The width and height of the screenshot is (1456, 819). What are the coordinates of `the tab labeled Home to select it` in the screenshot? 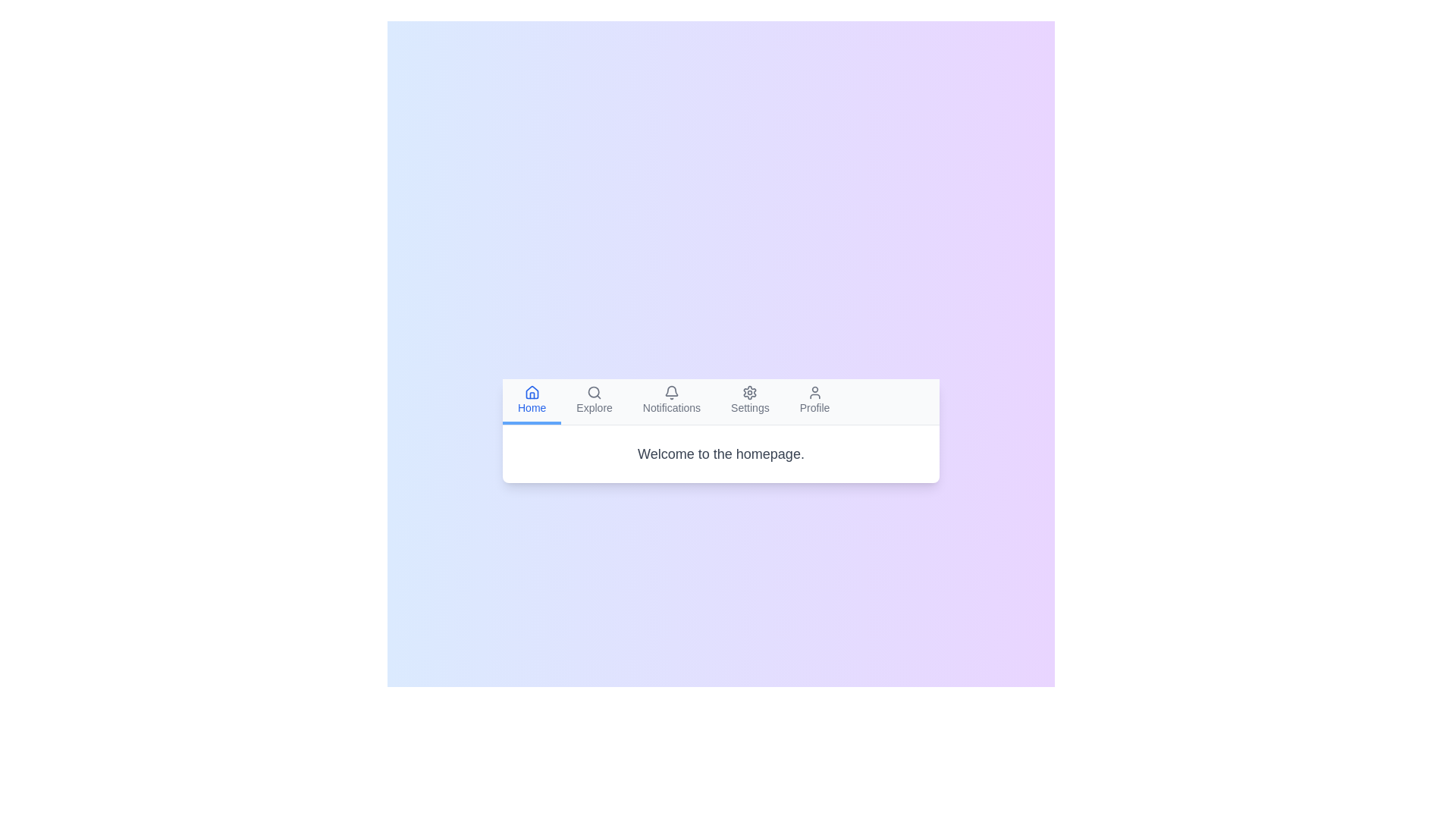 It's located at (532, 400).